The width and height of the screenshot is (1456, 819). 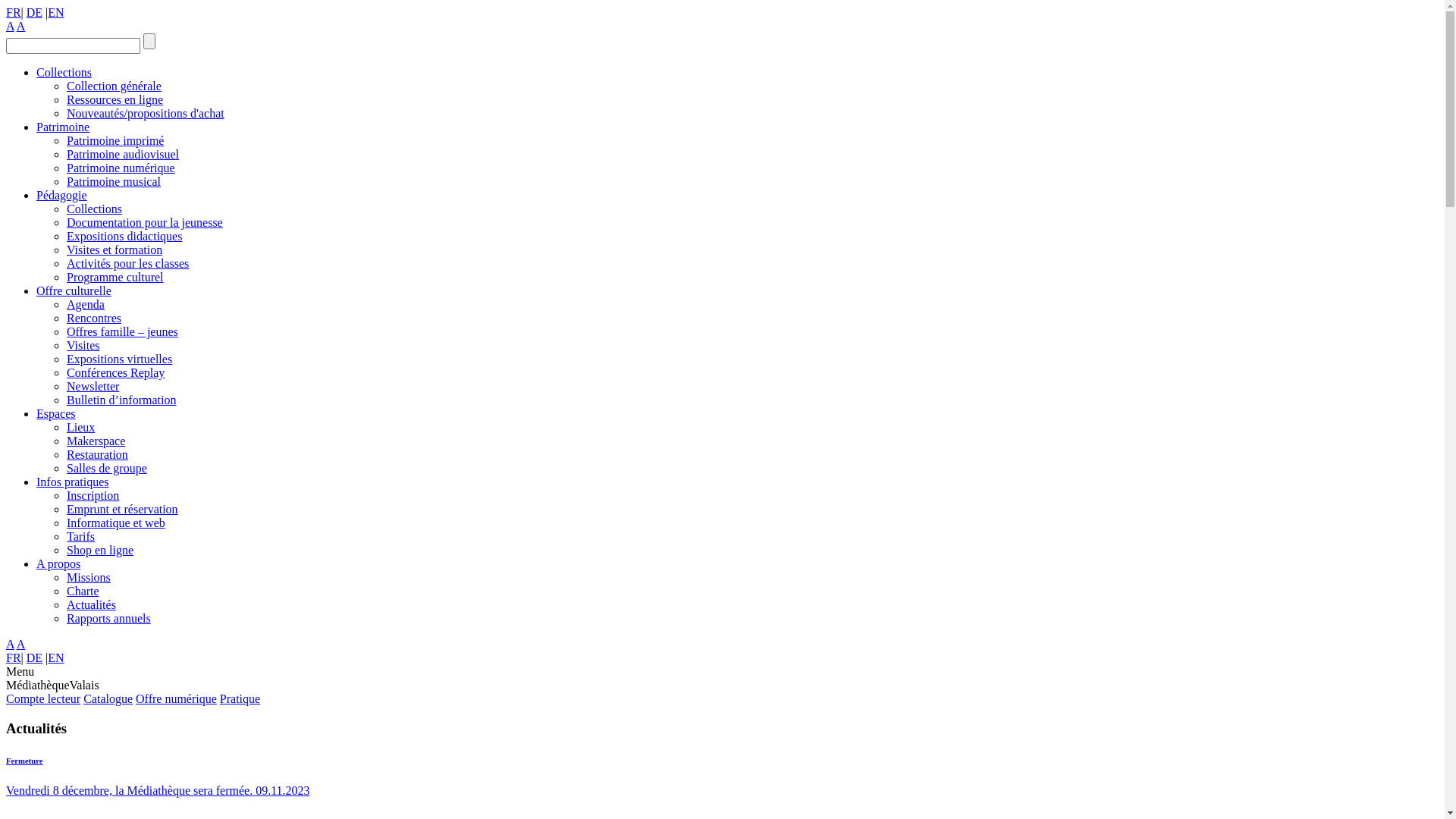 What do you see at coordinates (107, 698) in the screenshot?
I see `'Catalogue'` at bounding box center [107, 698].